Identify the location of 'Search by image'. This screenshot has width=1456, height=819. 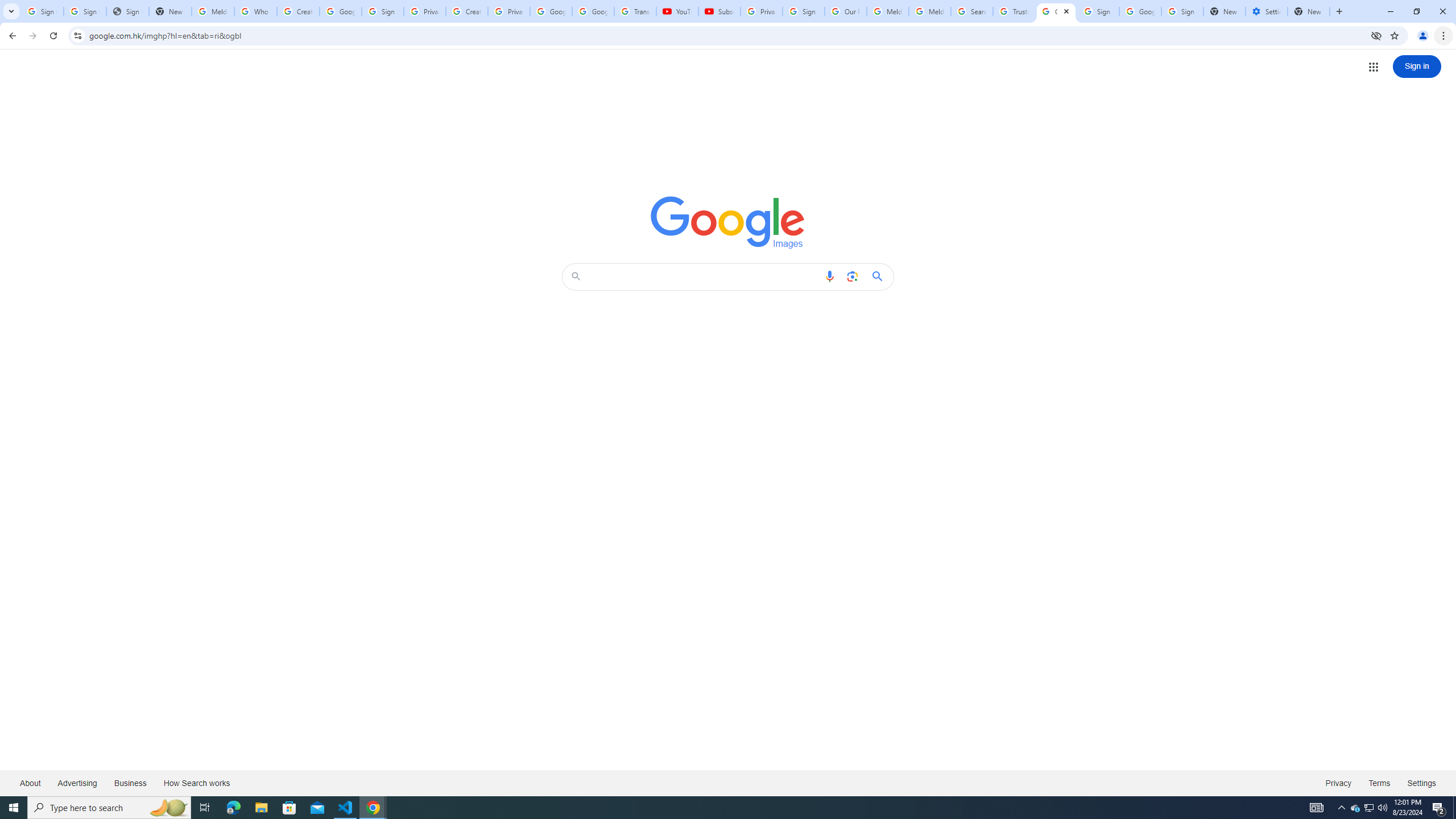
(851, 276).